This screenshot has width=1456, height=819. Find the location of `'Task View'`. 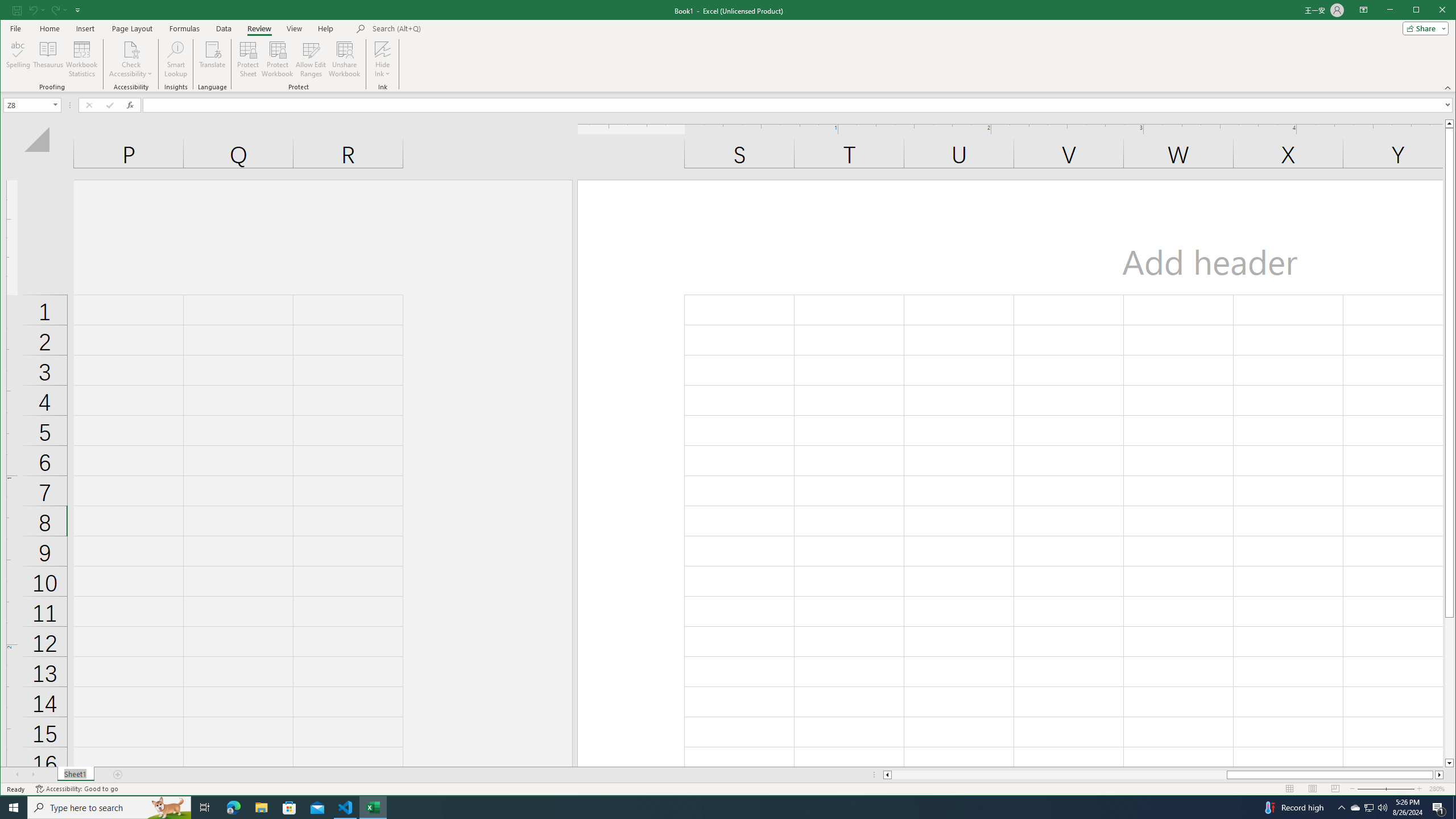

'Task View' is located at coordinates (204, 806).